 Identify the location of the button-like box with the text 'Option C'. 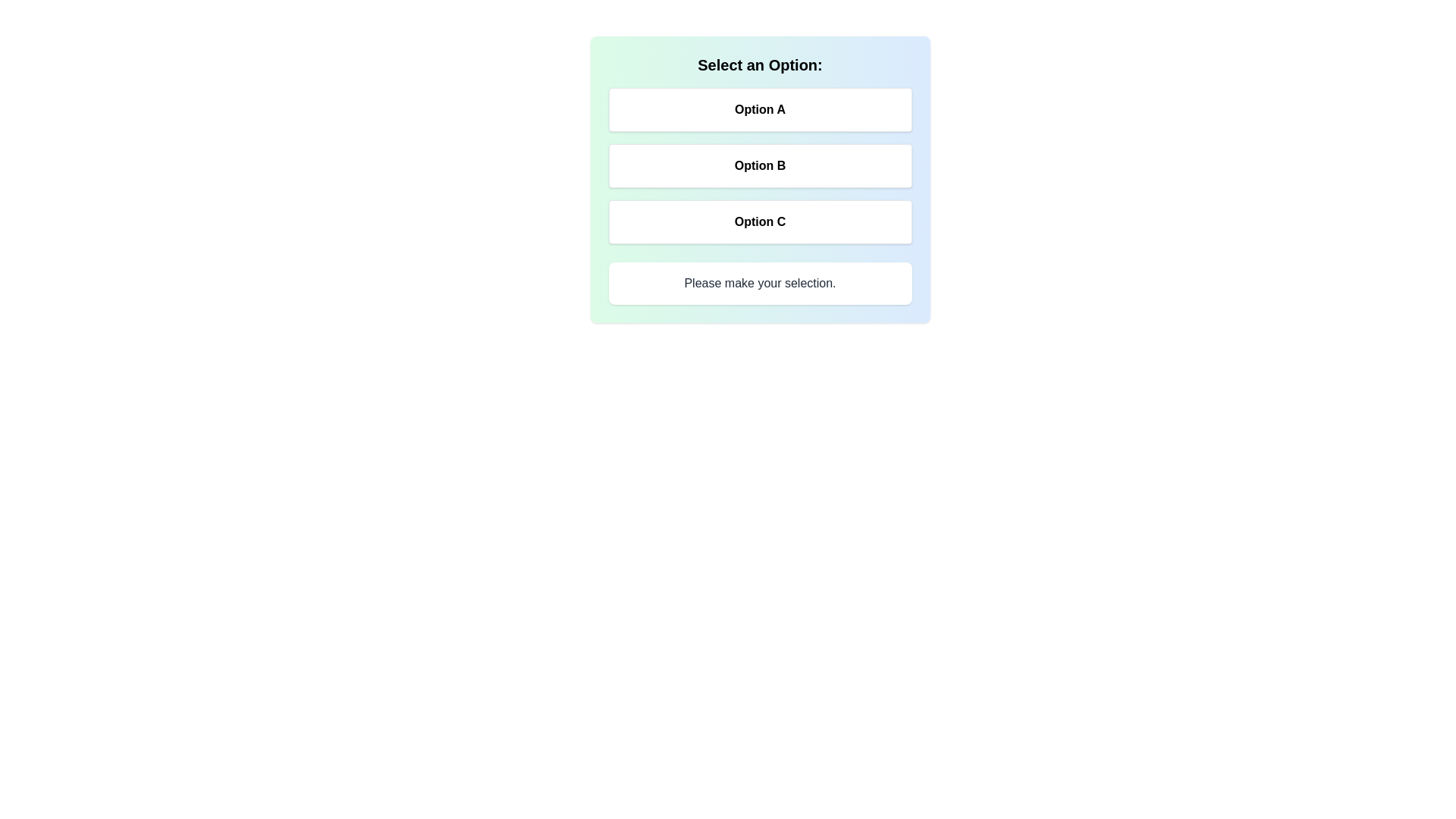
(760, 222).